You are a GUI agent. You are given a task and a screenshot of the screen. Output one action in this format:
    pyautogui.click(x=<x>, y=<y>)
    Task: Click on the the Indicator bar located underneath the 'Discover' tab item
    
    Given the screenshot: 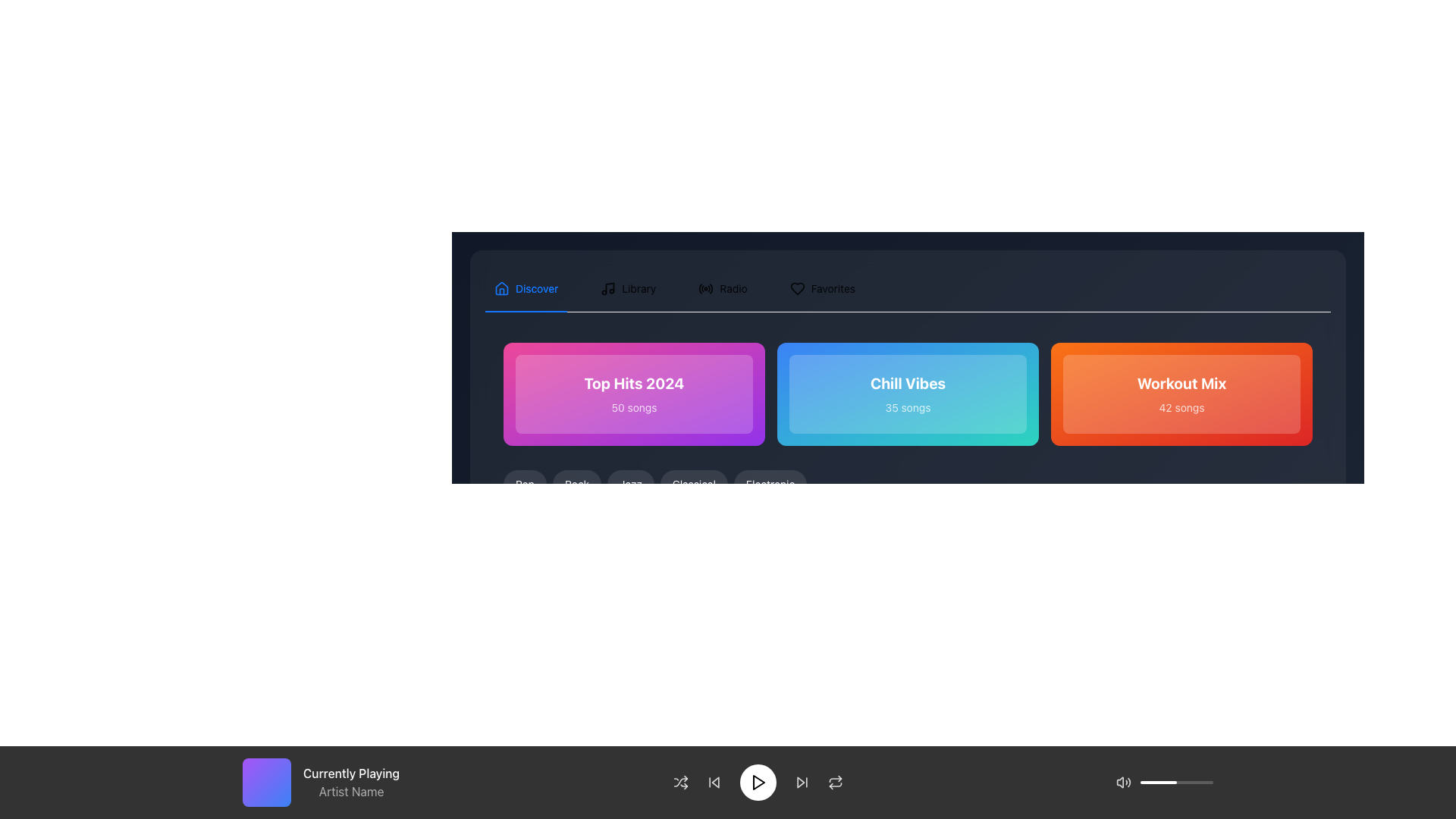 What is the action you would take?
    pyautogui.click(x=526, y=311)
    